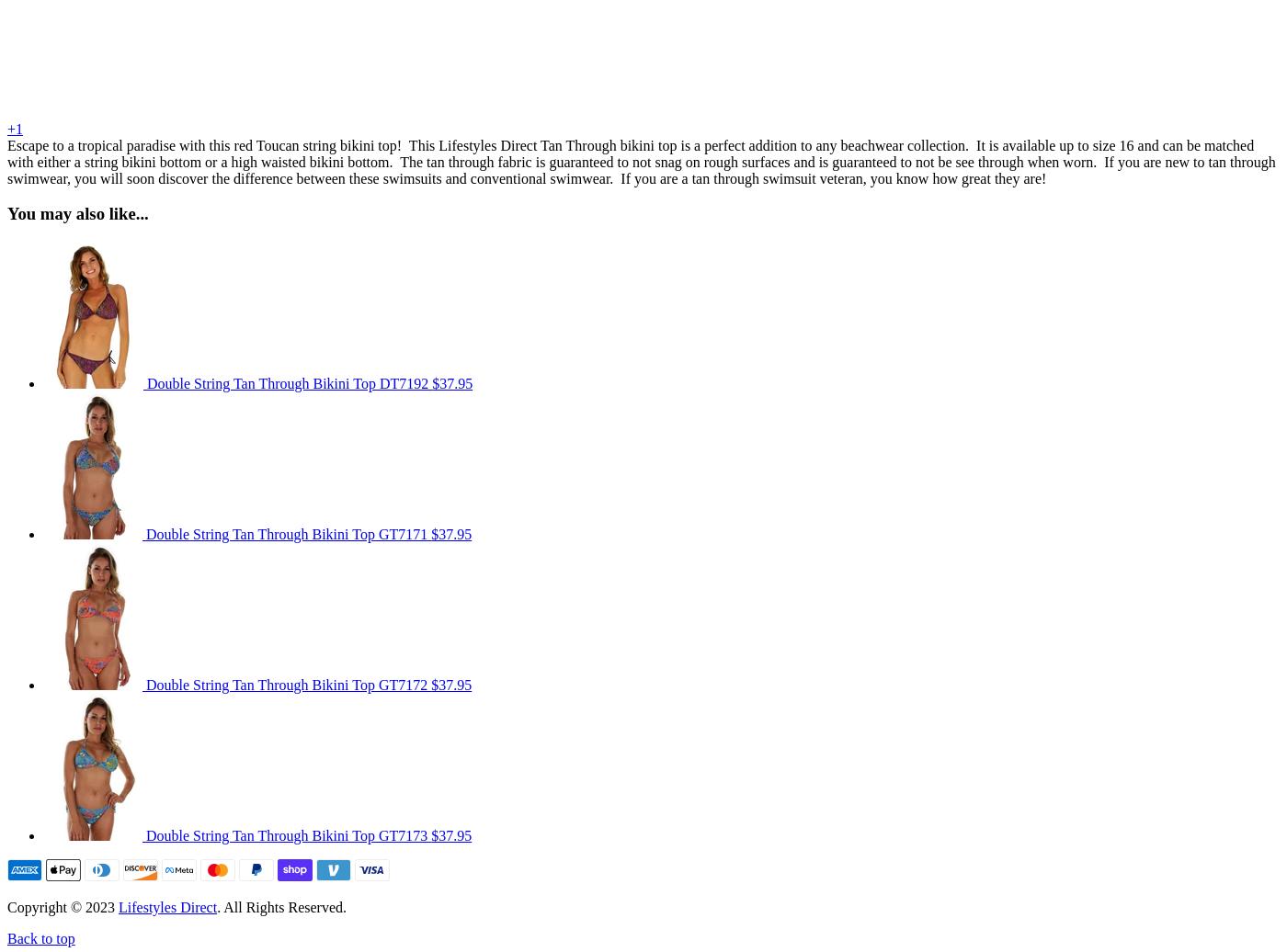 This screenshot has width=1287, height=952. I want to click on '. All Rights Reserved.', so click(281, 907).